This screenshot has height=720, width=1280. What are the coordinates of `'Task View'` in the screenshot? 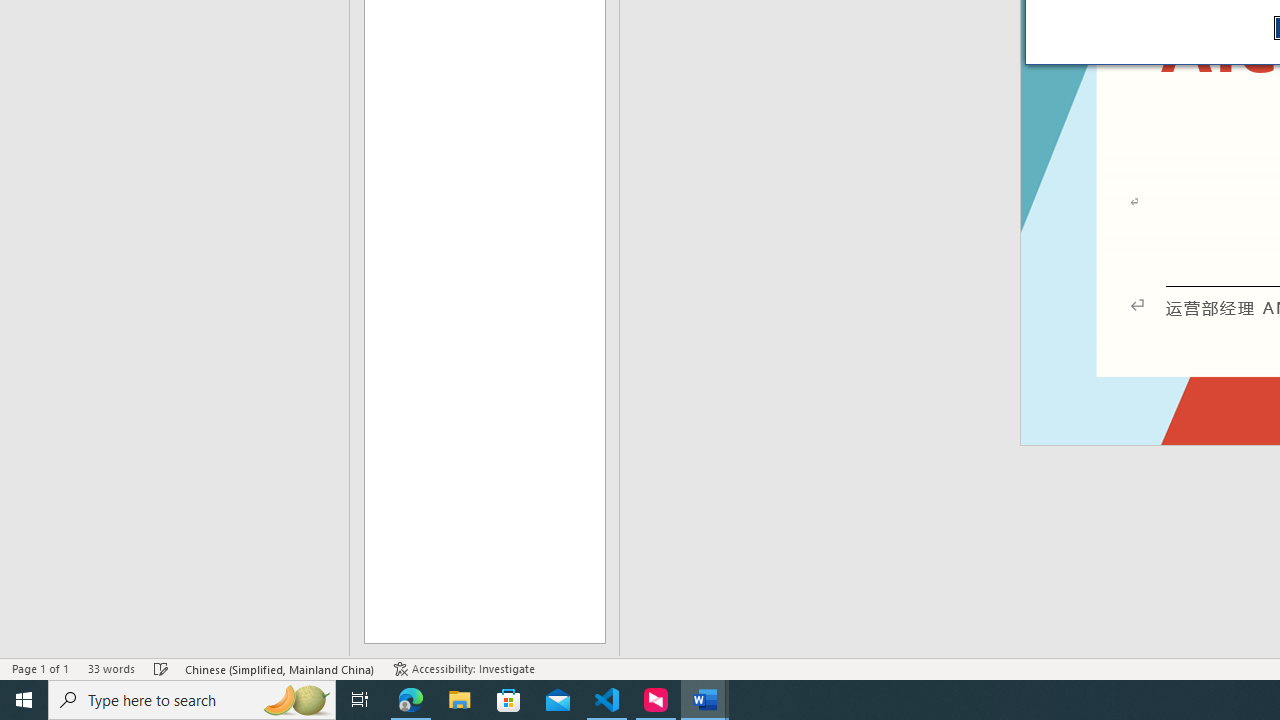 It's located at (359, 698).